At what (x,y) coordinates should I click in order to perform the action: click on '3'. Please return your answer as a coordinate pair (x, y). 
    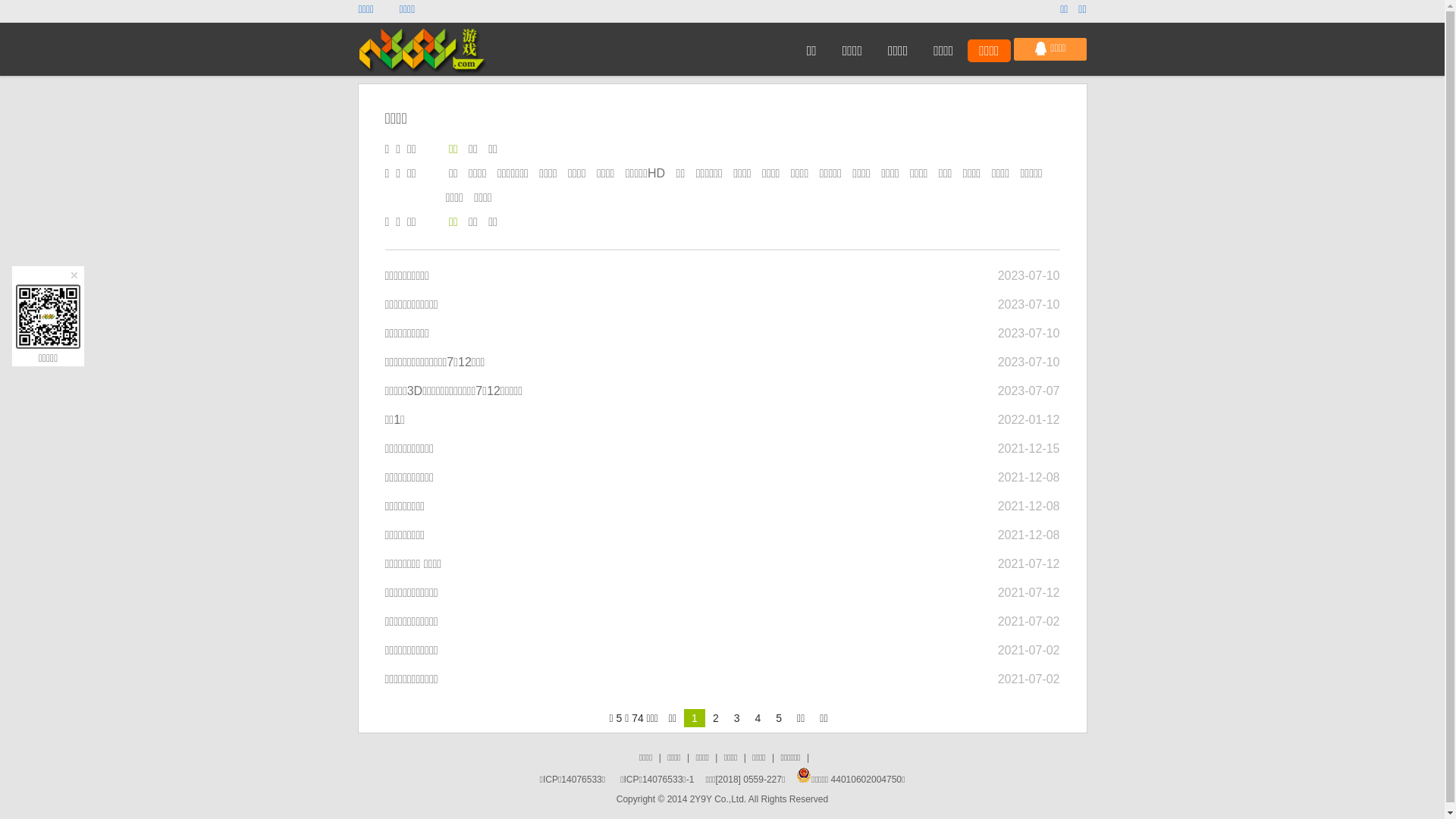
    Looking at the image, I should click on (726, 717).